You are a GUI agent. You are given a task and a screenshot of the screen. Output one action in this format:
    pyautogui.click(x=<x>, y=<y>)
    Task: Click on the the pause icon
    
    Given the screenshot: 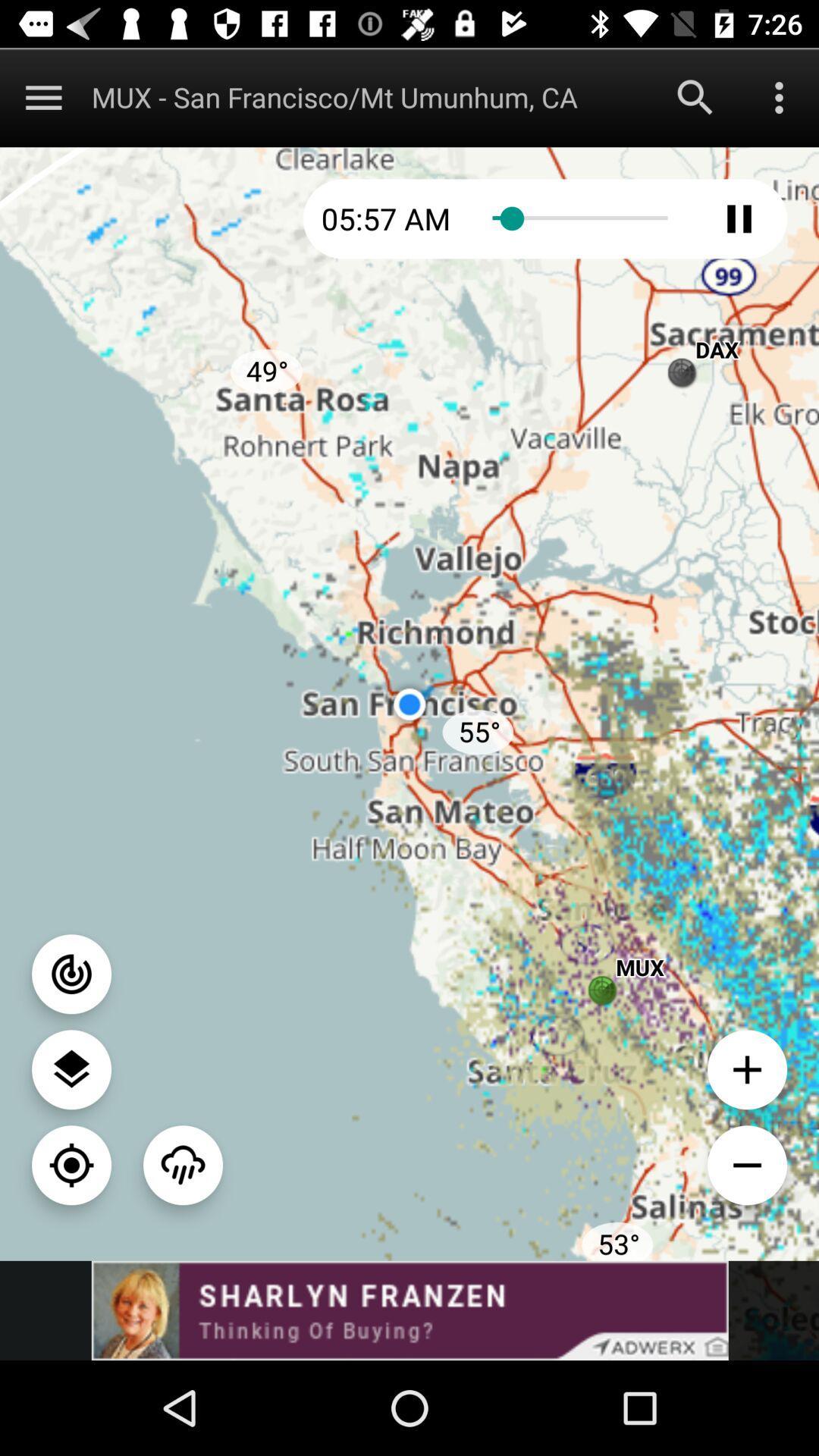 What is the action you would take?
    pyautogui.click(x=739, y=218)
    